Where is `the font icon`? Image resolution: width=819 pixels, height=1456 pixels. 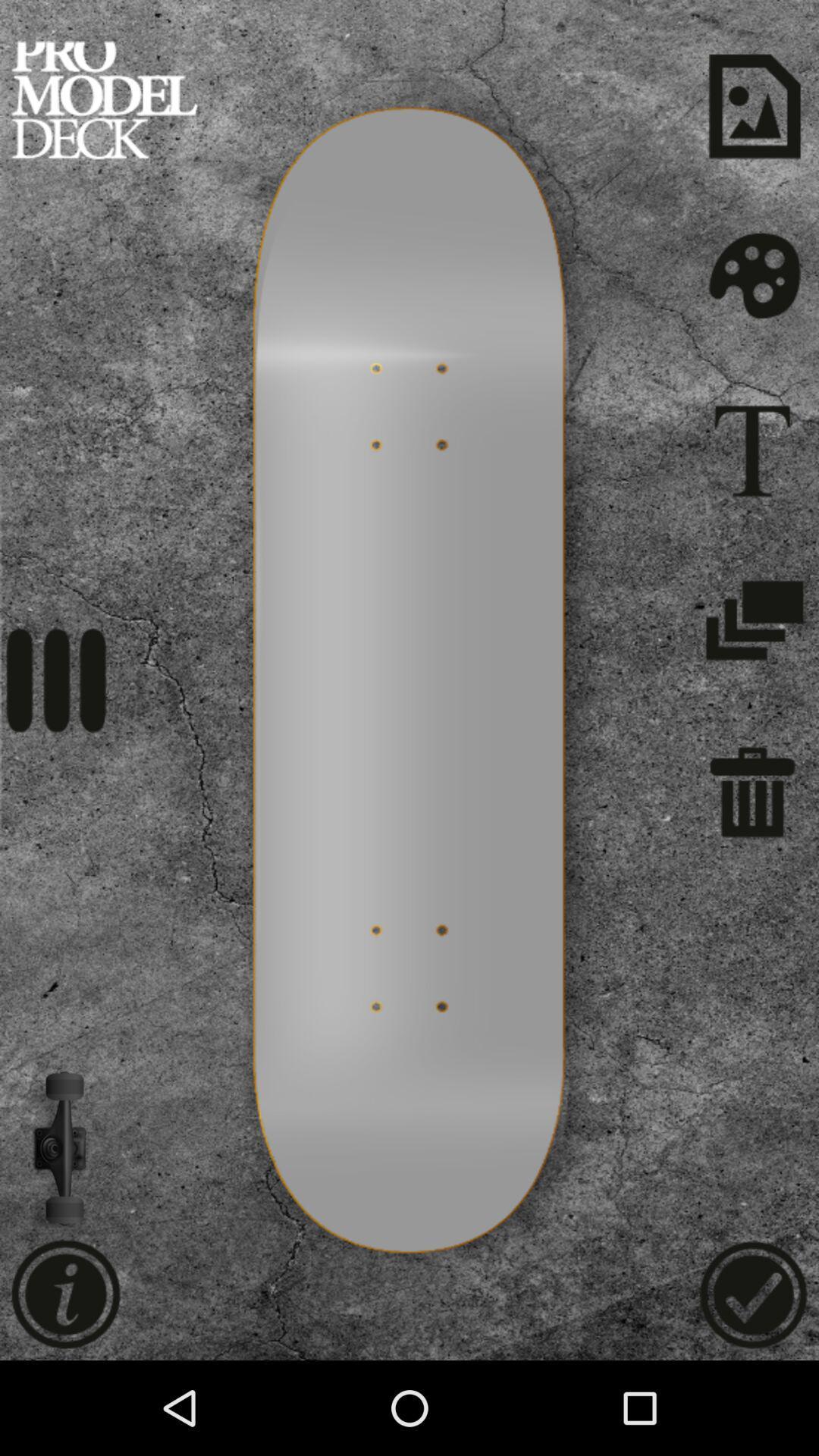
the font icon is located at coordinates (752, 482).